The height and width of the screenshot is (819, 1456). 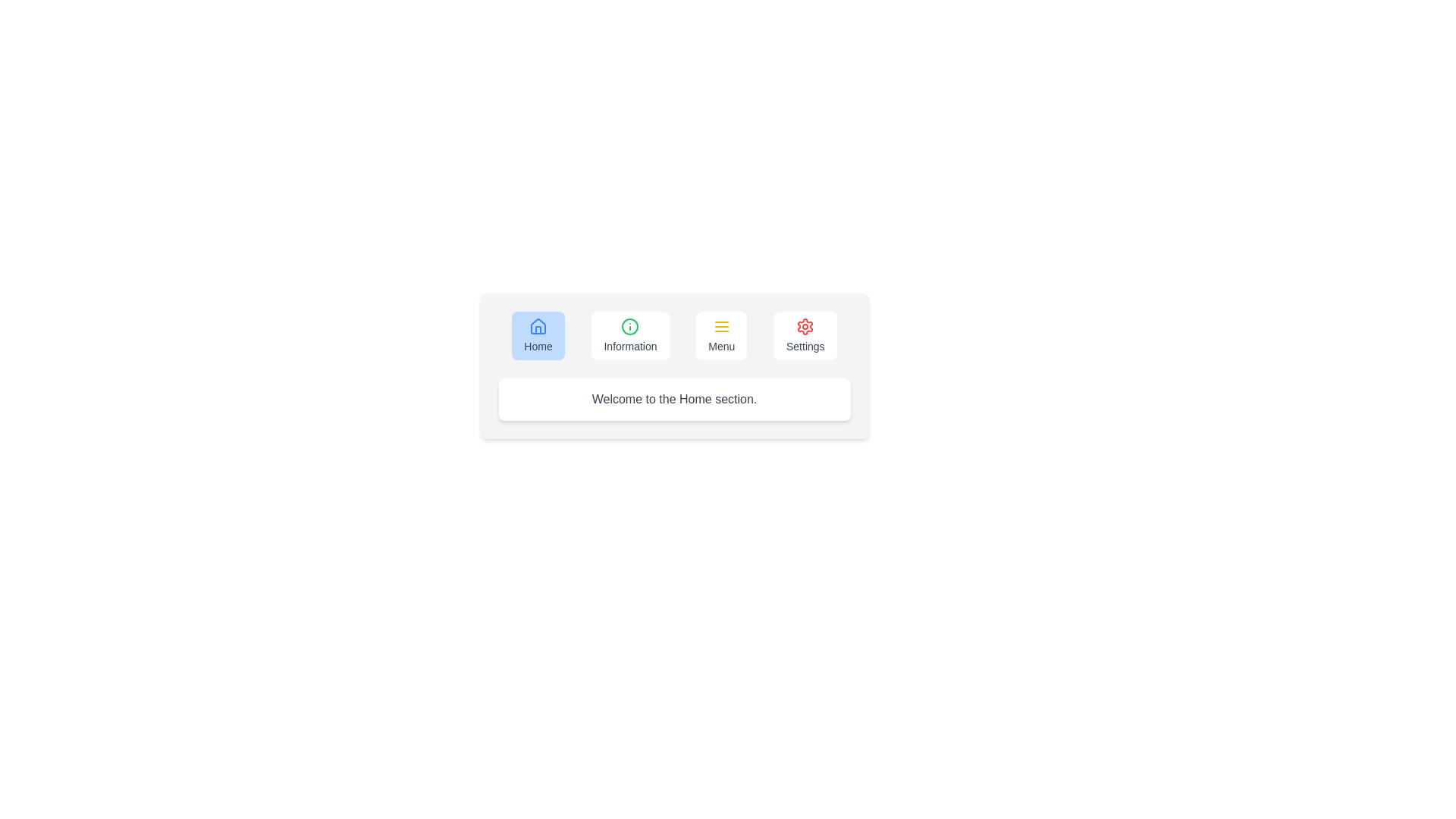 I want to click on the 'Settings' icon located in the upper portion of the 'Settings' interactive section, so click(x=805, y=326).